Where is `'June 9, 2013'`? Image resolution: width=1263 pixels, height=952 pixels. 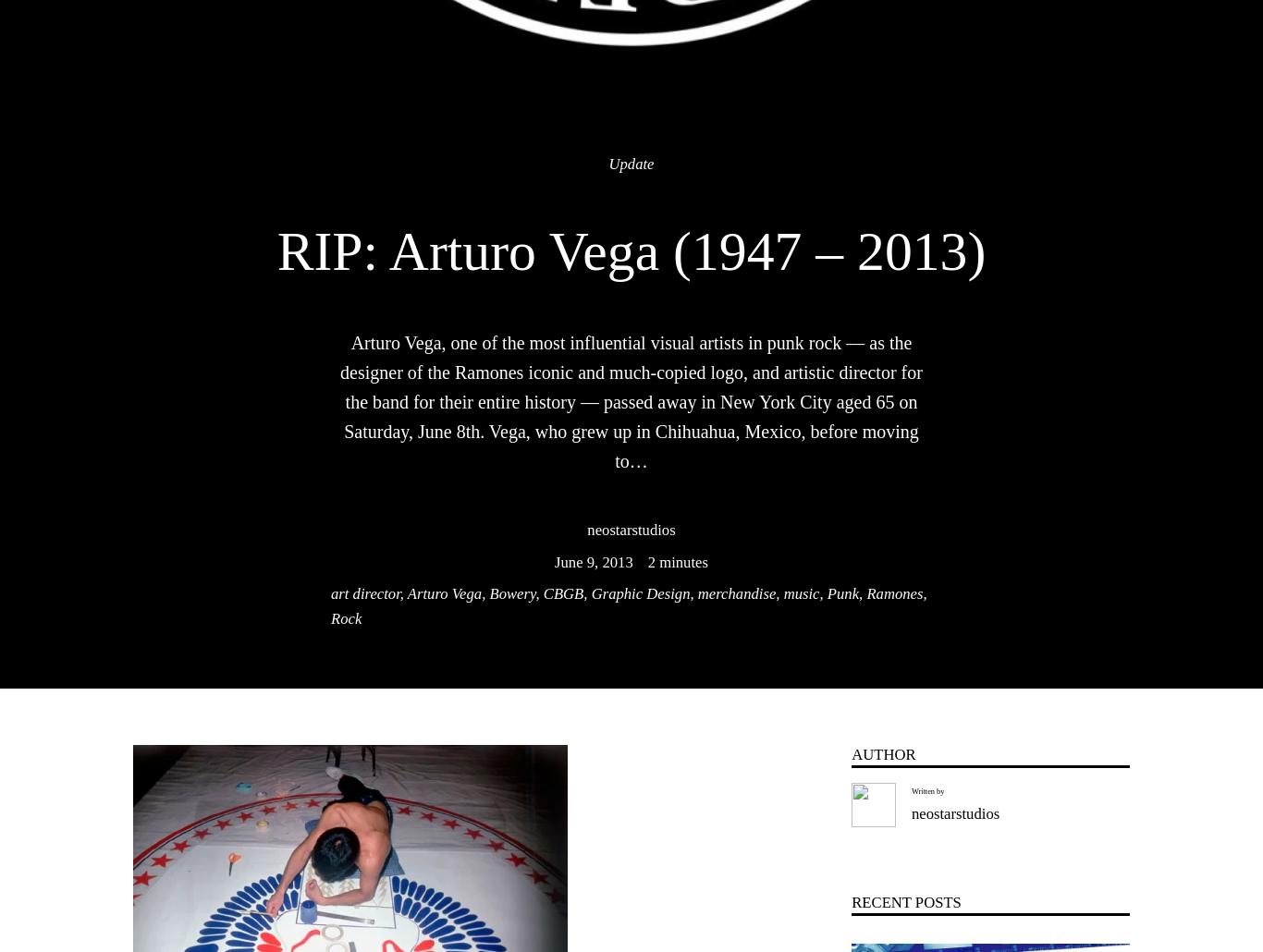
'June 9, 2013' is located at coordinates (593, 560).